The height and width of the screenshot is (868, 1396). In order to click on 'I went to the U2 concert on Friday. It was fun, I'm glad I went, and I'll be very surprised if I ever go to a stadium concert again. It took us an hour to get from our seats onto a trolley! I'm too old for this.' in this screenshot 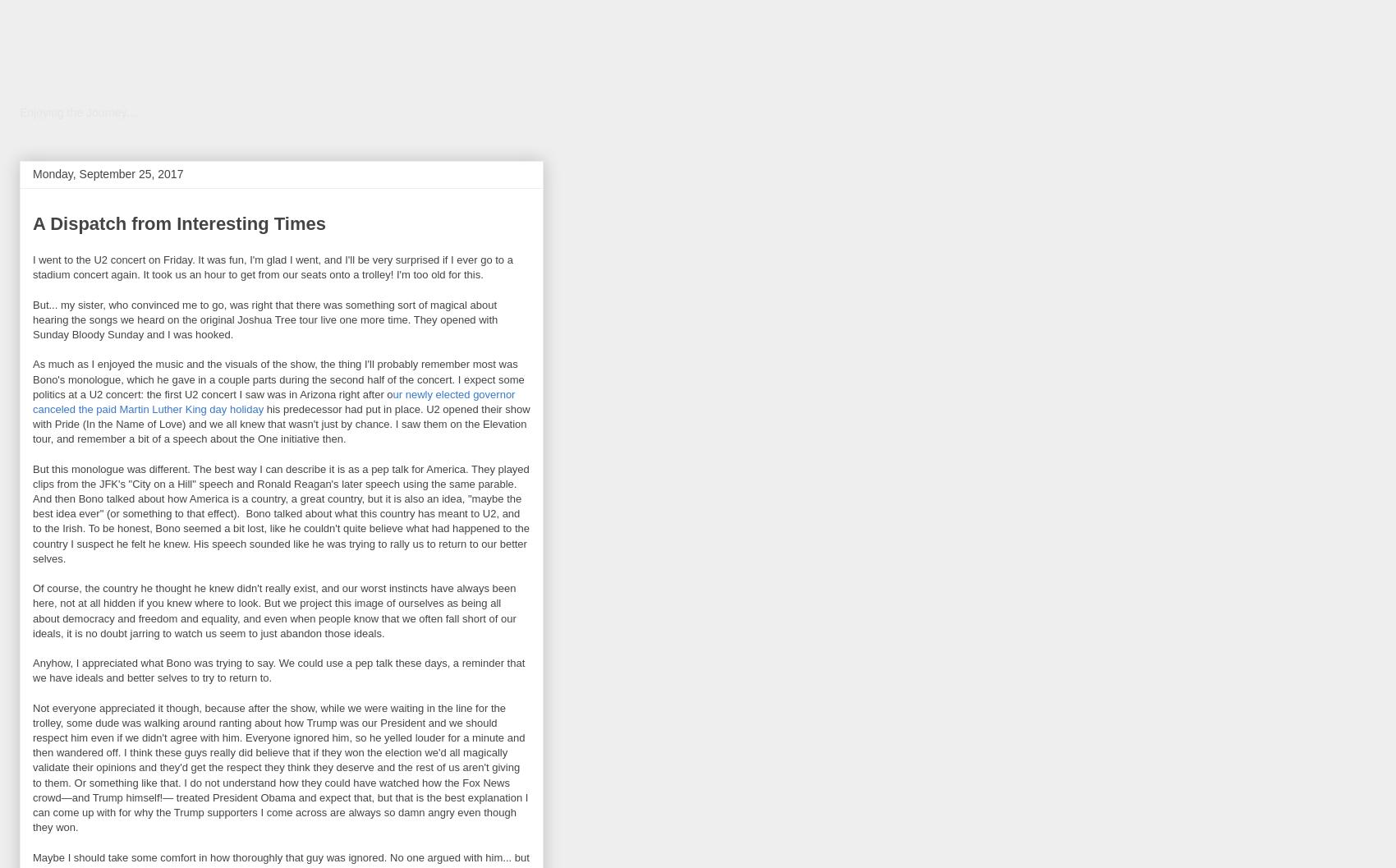, I will do `click(32, 267)`.